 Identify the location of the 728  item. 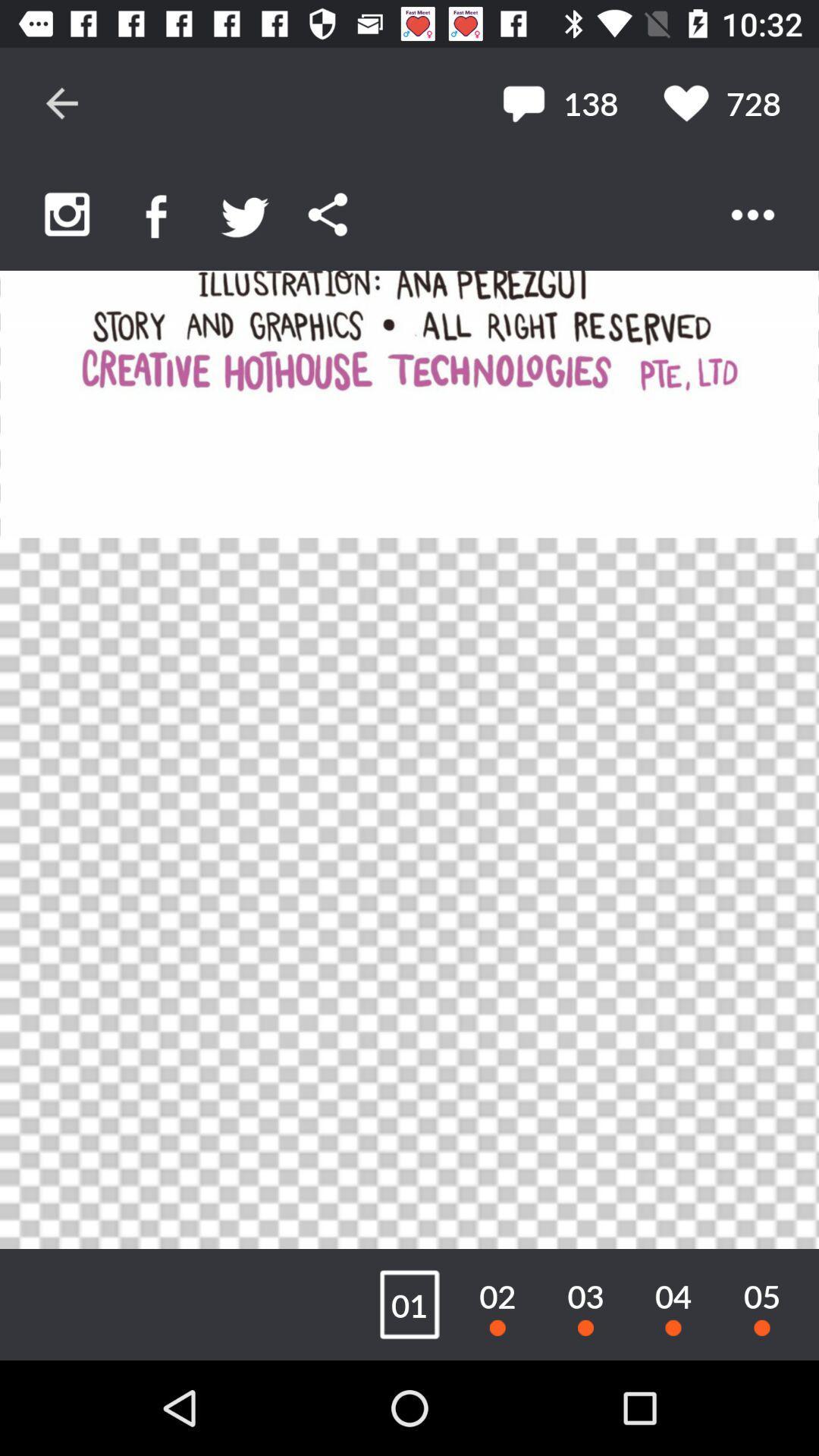
(721, 102).